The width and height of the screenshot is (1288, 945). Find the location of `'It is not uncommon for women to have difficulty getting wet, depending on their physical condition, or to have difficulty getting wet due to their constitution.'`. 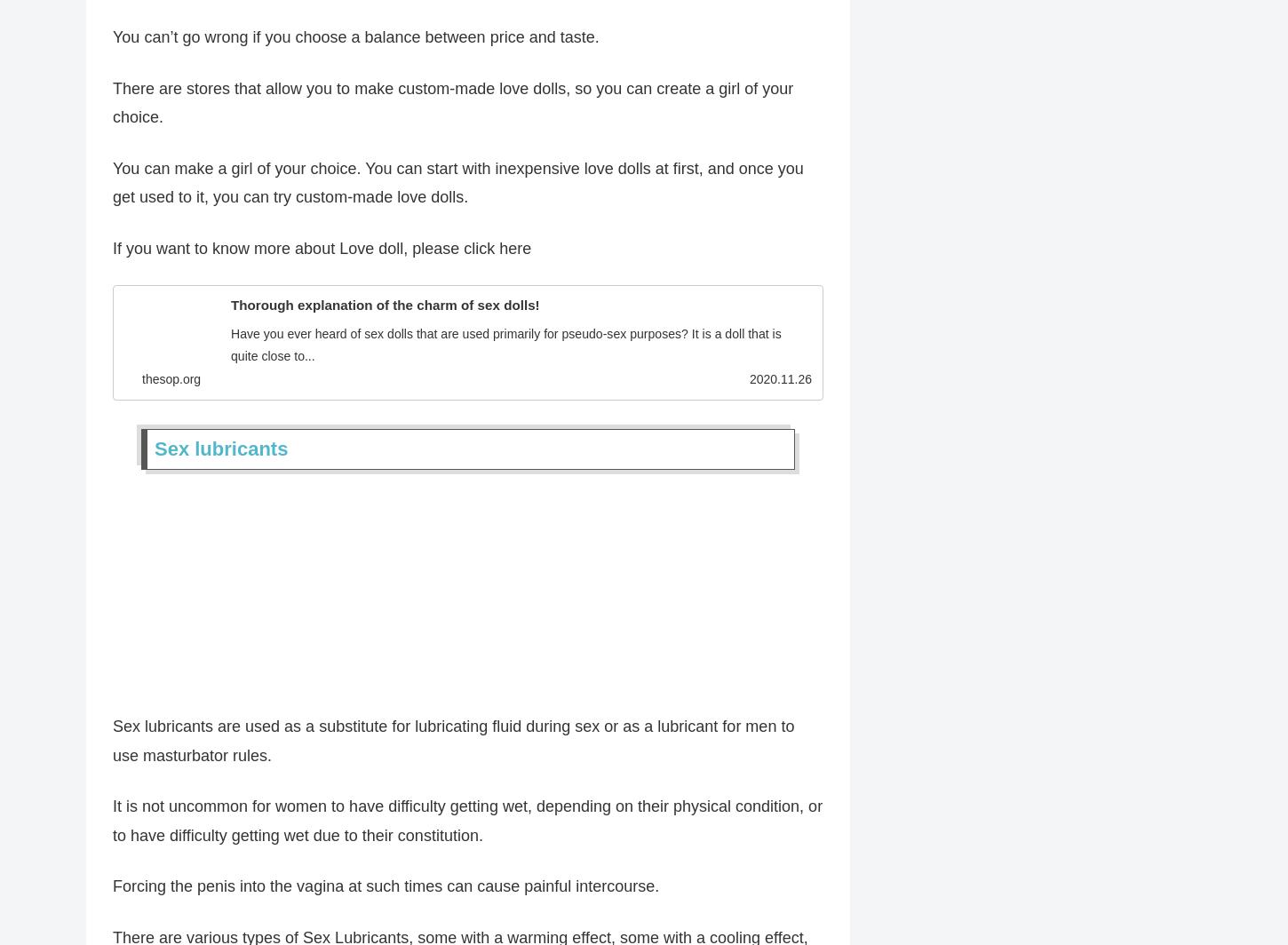

'It is not uncommon for women to have difficulty getting wet, depending on their physical condition, or to have difficulty getting wet due to their constitution.' is located at coordinates (467, 825).